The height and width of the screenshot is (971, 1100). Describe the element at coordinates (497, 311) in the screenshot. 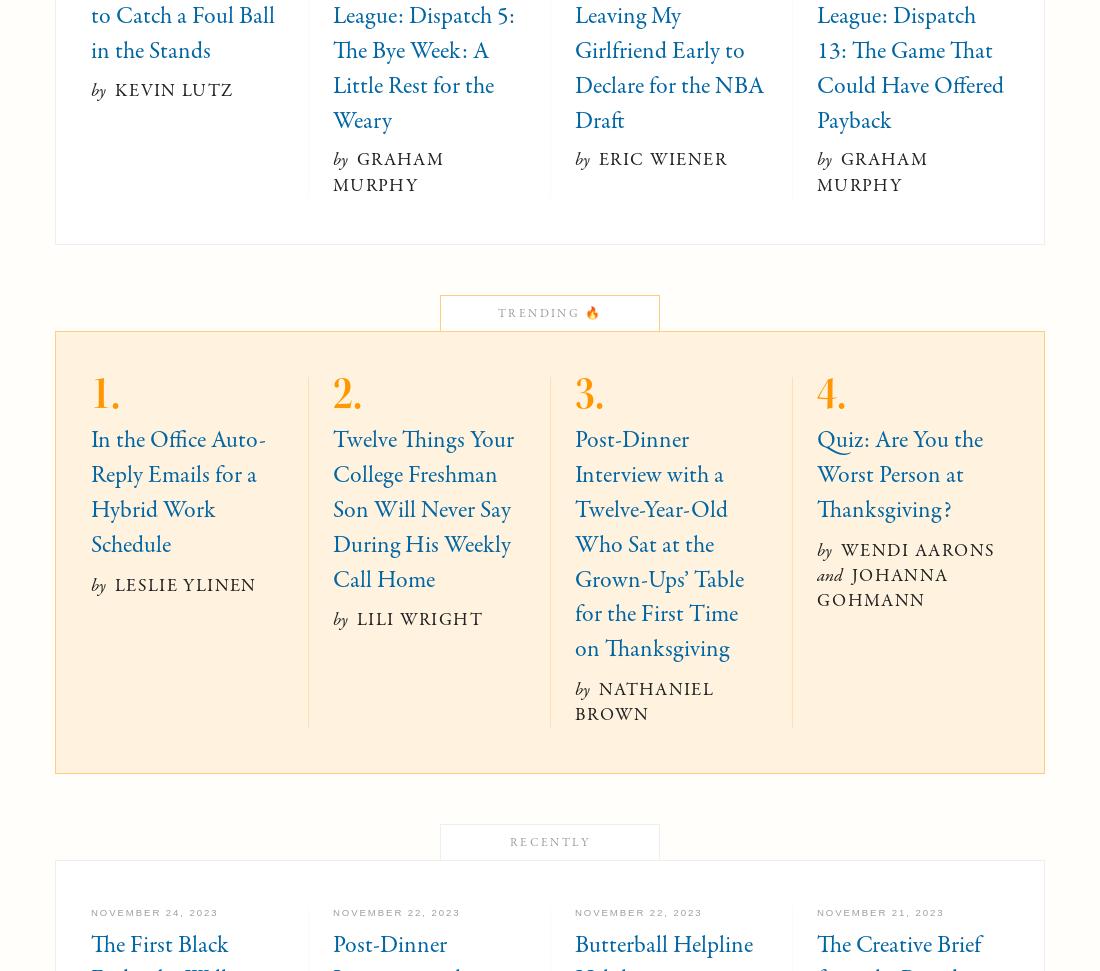

I see `'Trending 🔥'` at that location.